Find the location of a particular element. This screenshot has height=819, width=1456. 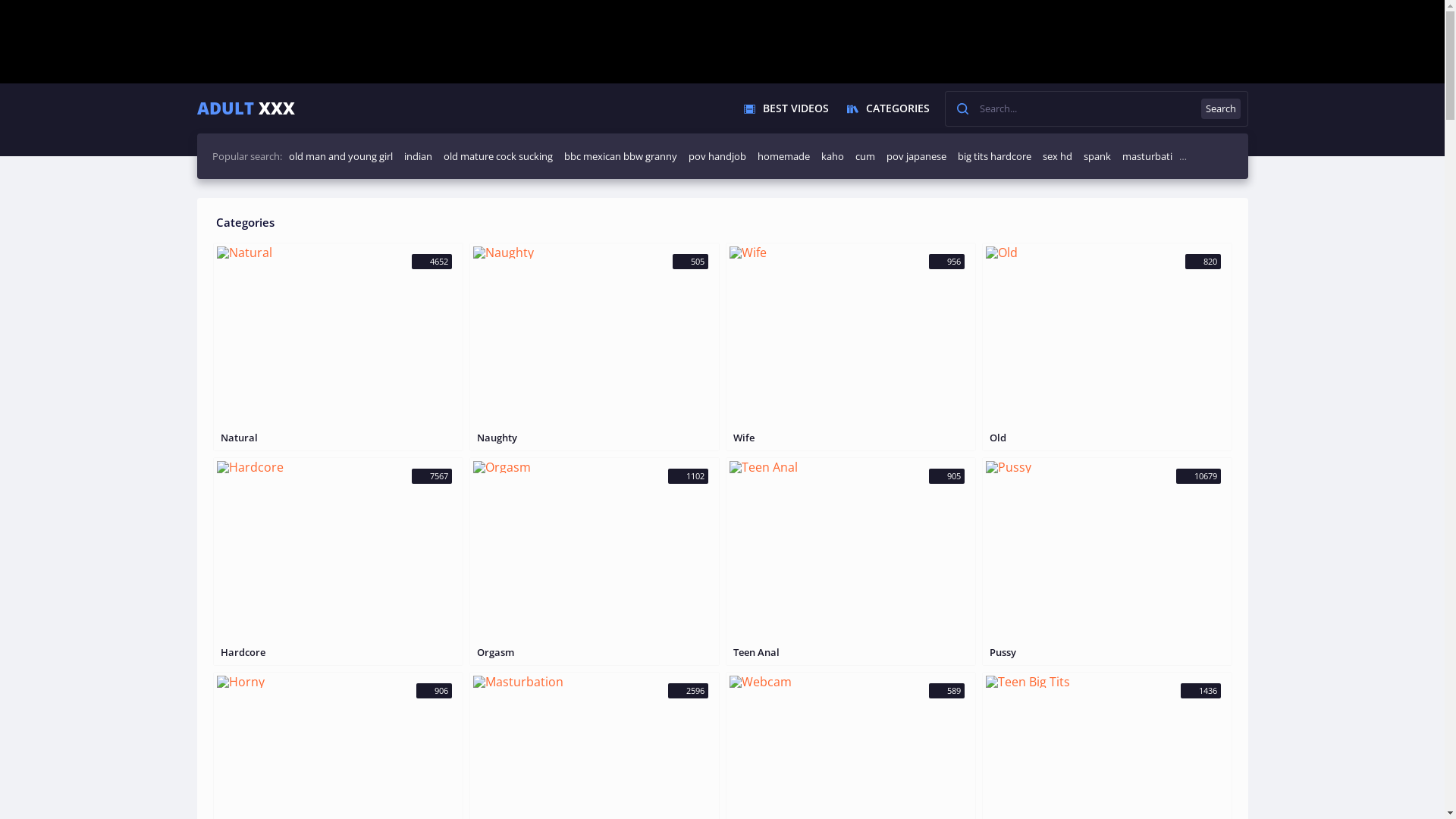

'indian' is located at coordinates (417, 155).